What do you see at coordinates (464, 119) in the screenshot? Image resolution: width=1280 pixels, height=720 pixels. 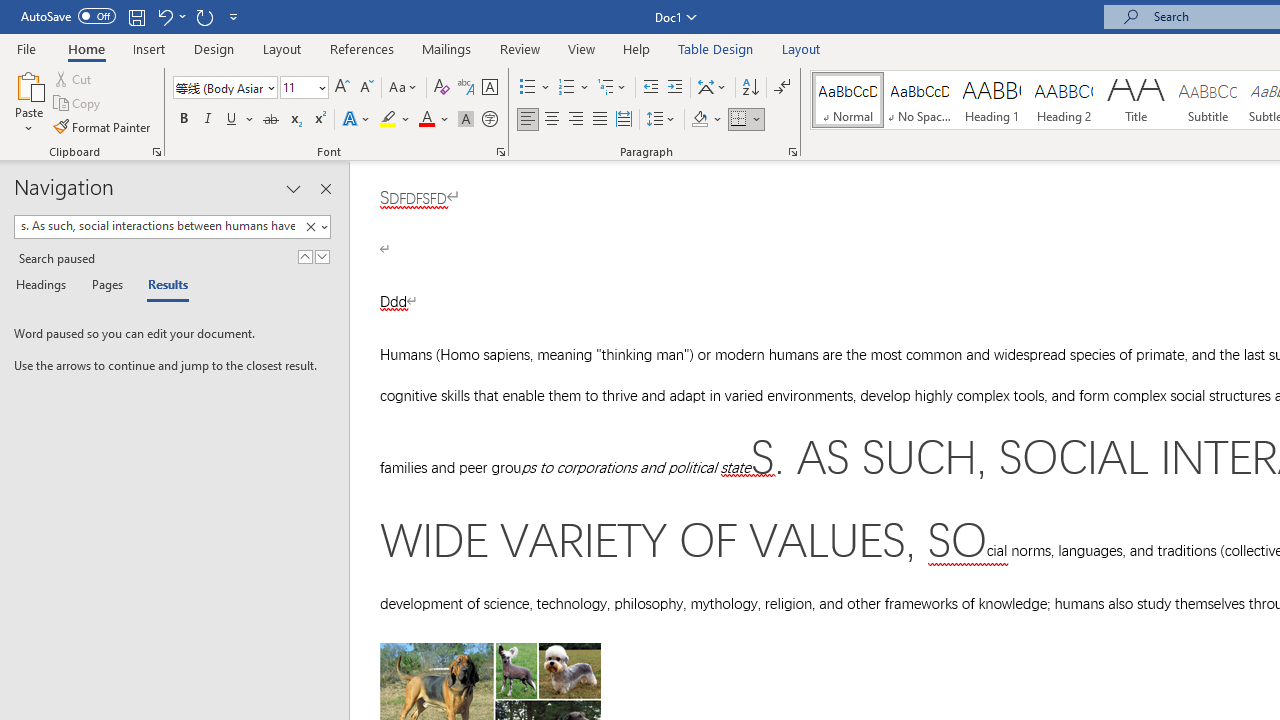 I see `'Character Shading'` at bounding box center [464, 119].